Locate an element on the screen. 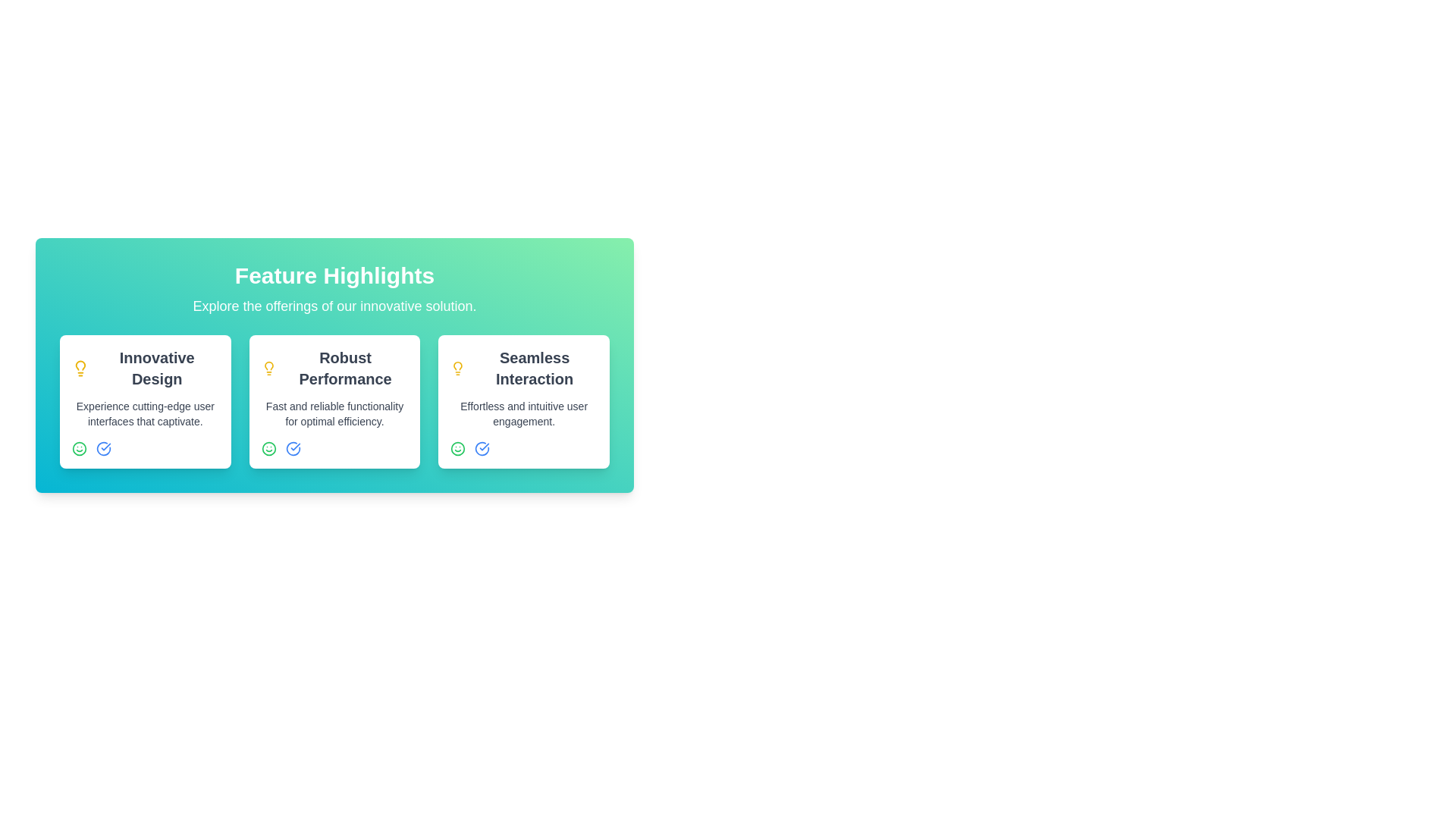 Image resolution: width=1456 pixels, height=819 pixels. the confirmation action icon, which is the second icon in a row of three within the feature card group is located at coordinates (293, 447).